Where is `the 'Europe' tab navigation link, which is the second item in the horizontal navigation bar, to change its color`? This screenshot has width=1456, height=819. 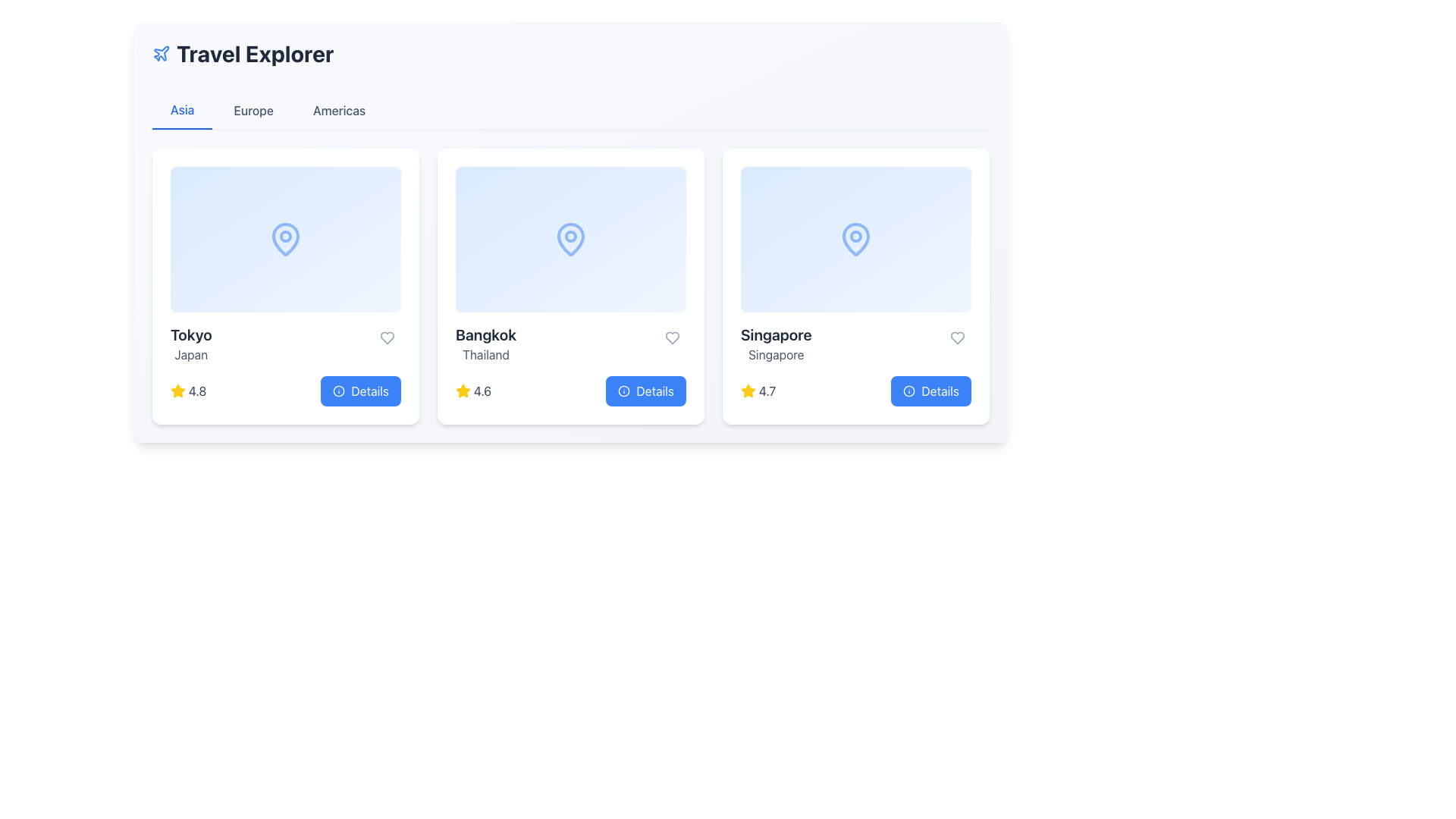 the 'Europe' tab navigation link, which is the second item in the horizontal navigation bar, to change its color is located at coordinates (253, 110).